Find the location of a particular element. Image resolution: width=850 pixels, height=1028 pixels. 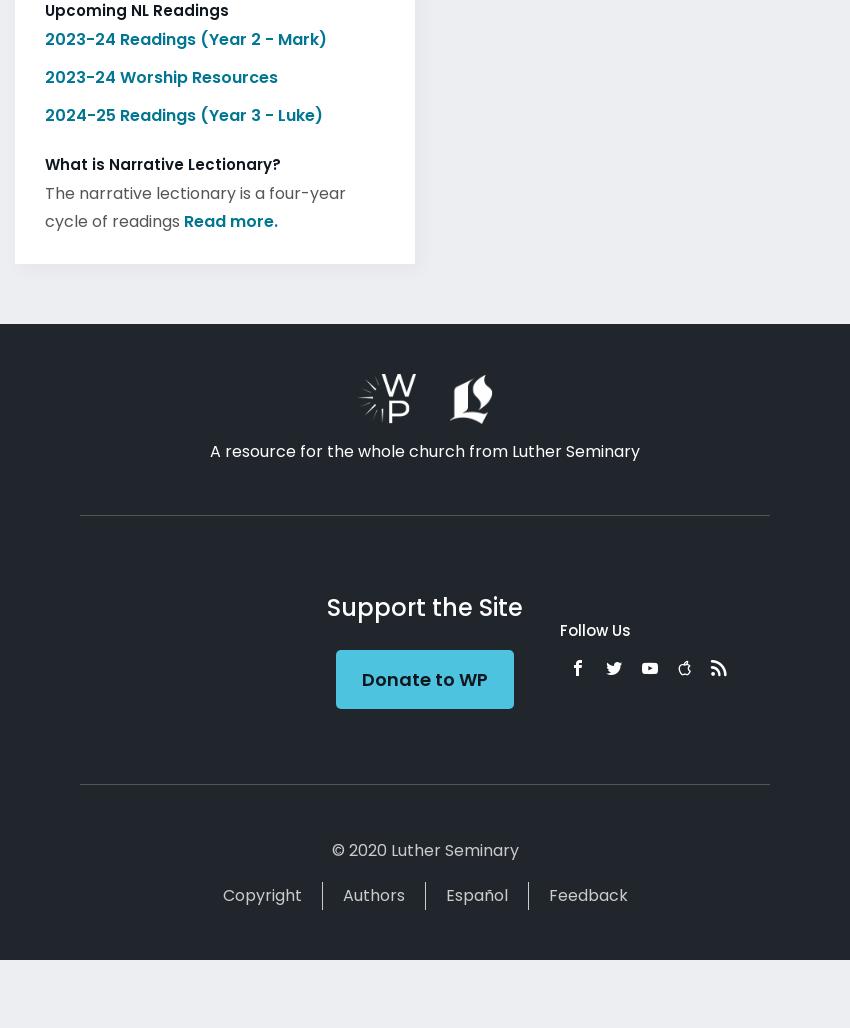

'A resource for the whole church from Luther Seminary' is located at coordinates (209, 445).